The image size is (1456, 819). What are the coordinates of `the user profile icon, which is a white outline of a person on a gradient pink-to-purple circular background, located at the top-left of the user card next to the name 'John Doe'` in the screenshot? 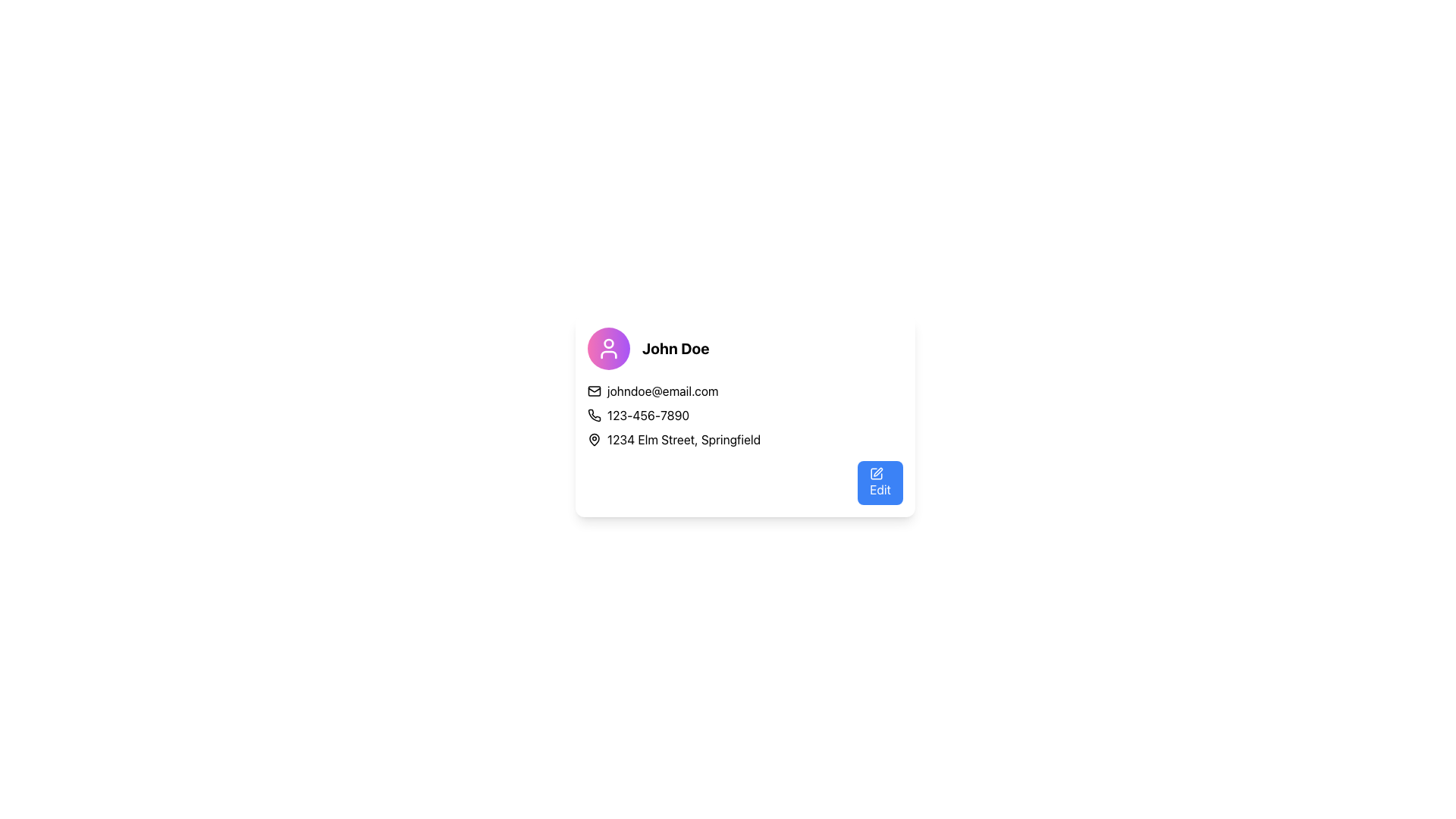 It's located at (608, 348).